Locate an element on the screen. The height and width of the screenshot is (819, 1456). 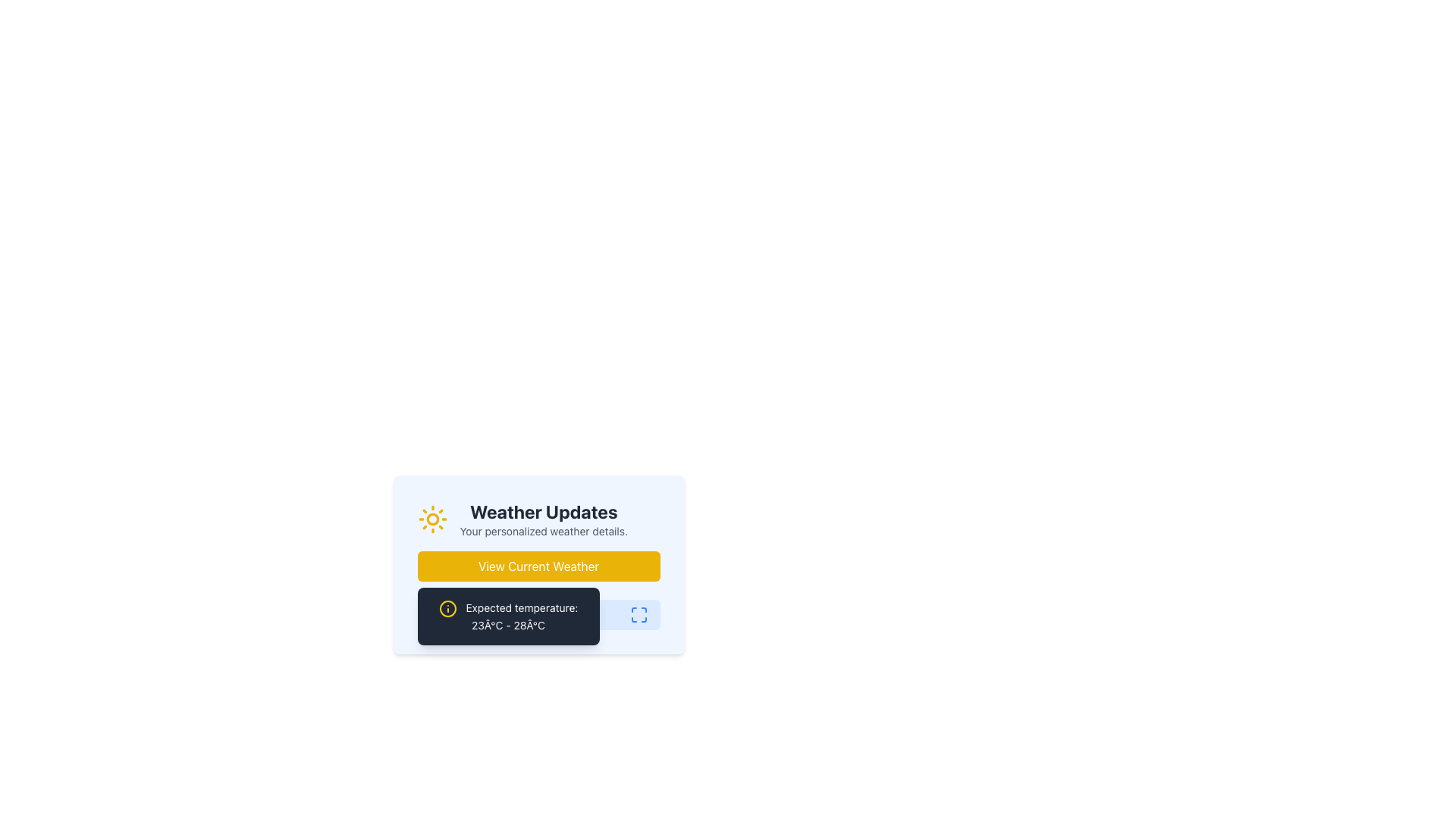
information displayed in the 'Weather Updates' combined text component, which includes the heading and the subtitle description is located at coordinates (544, 519).